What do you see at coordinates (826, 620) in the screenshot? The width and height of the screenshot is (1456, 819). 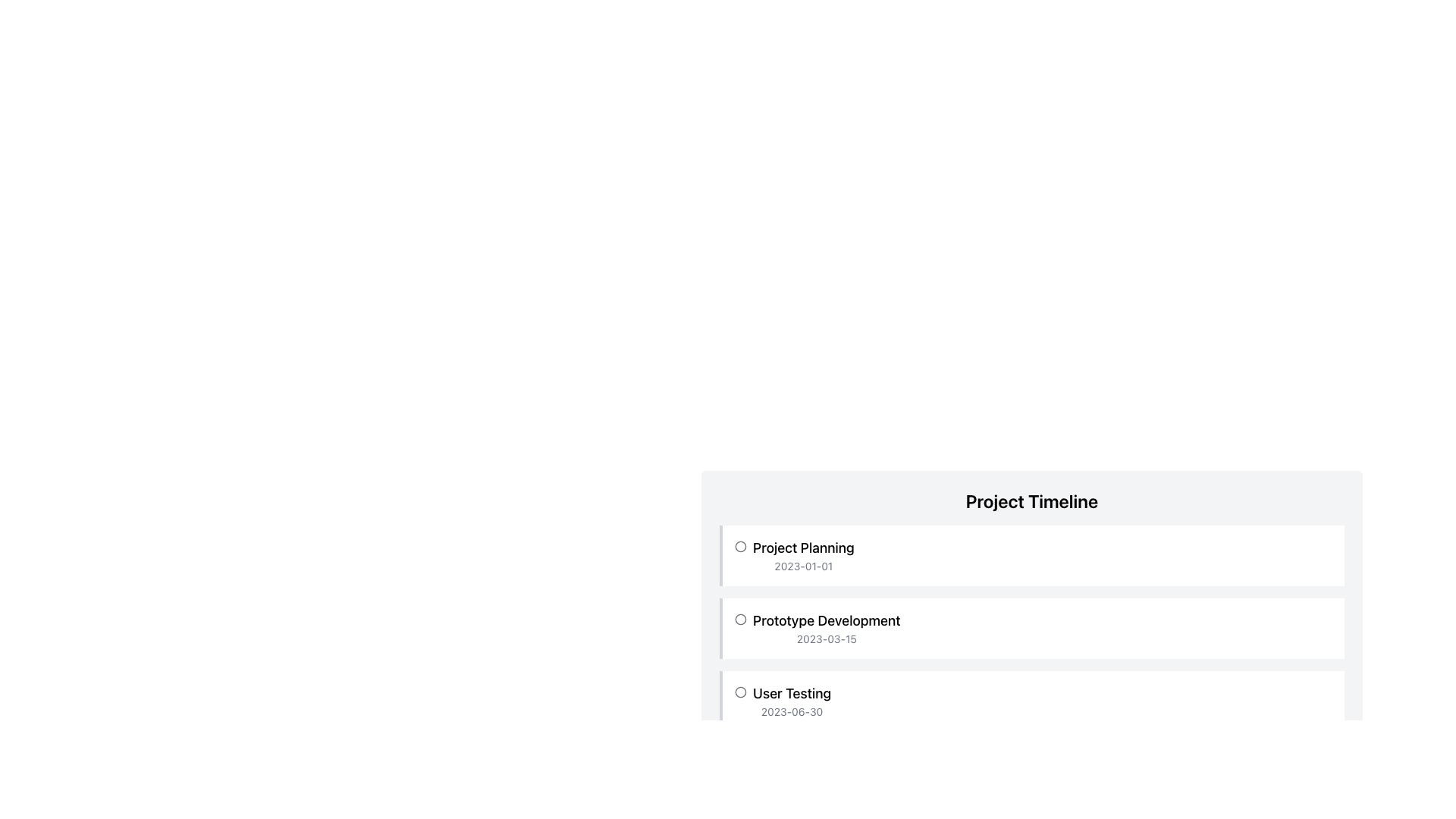 I see `the text label indicating the project phase name, positioned under the 'Project Timeline' heading, between 'Project Planning' and 'User Testing'` at bounding box center [826, 620].